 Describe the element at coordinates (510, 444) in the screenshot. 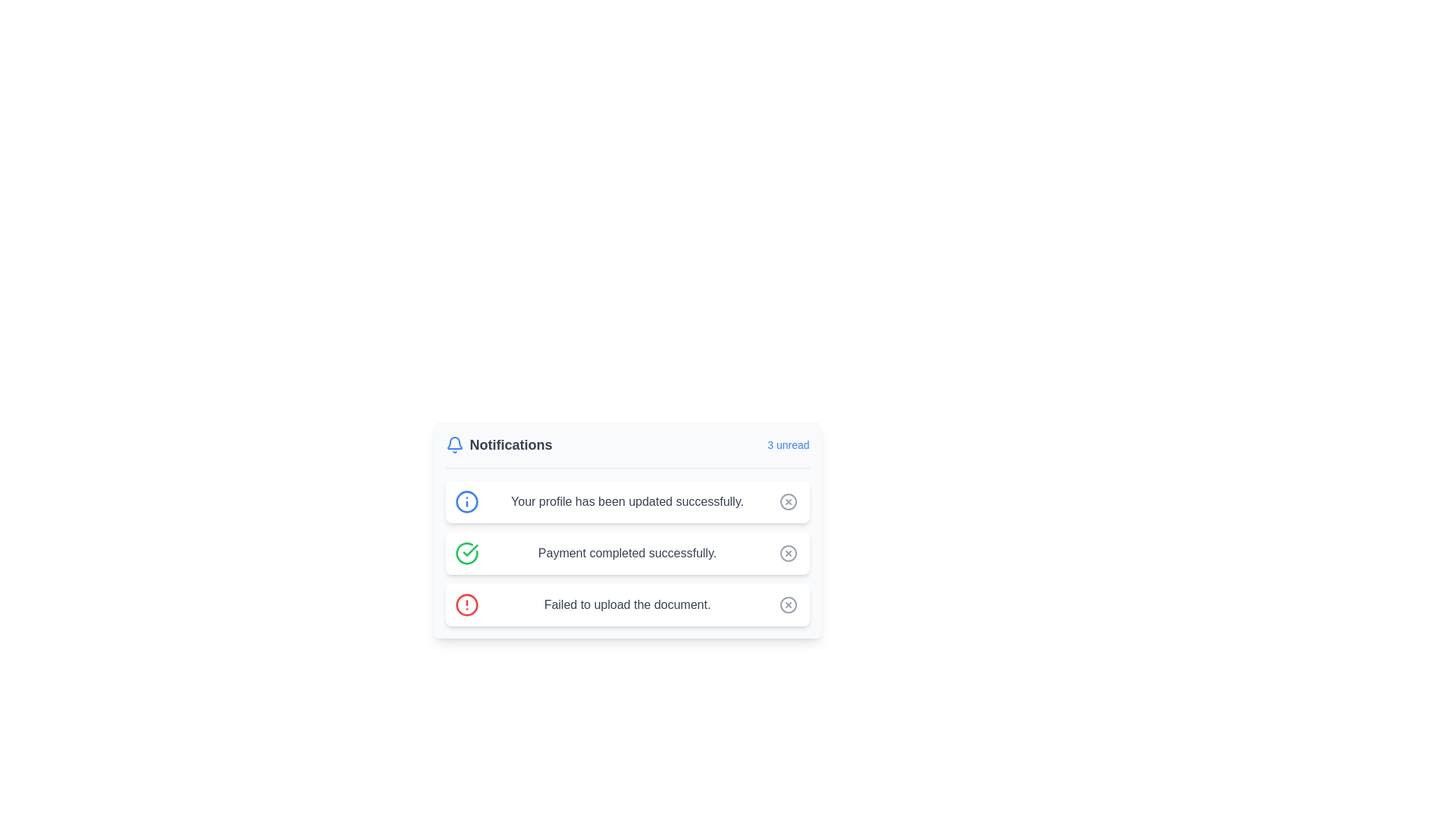

I see `the static text element that serves as a header for the notification section, located near the top left of the module, horizontally aligned with the icon` at that location.